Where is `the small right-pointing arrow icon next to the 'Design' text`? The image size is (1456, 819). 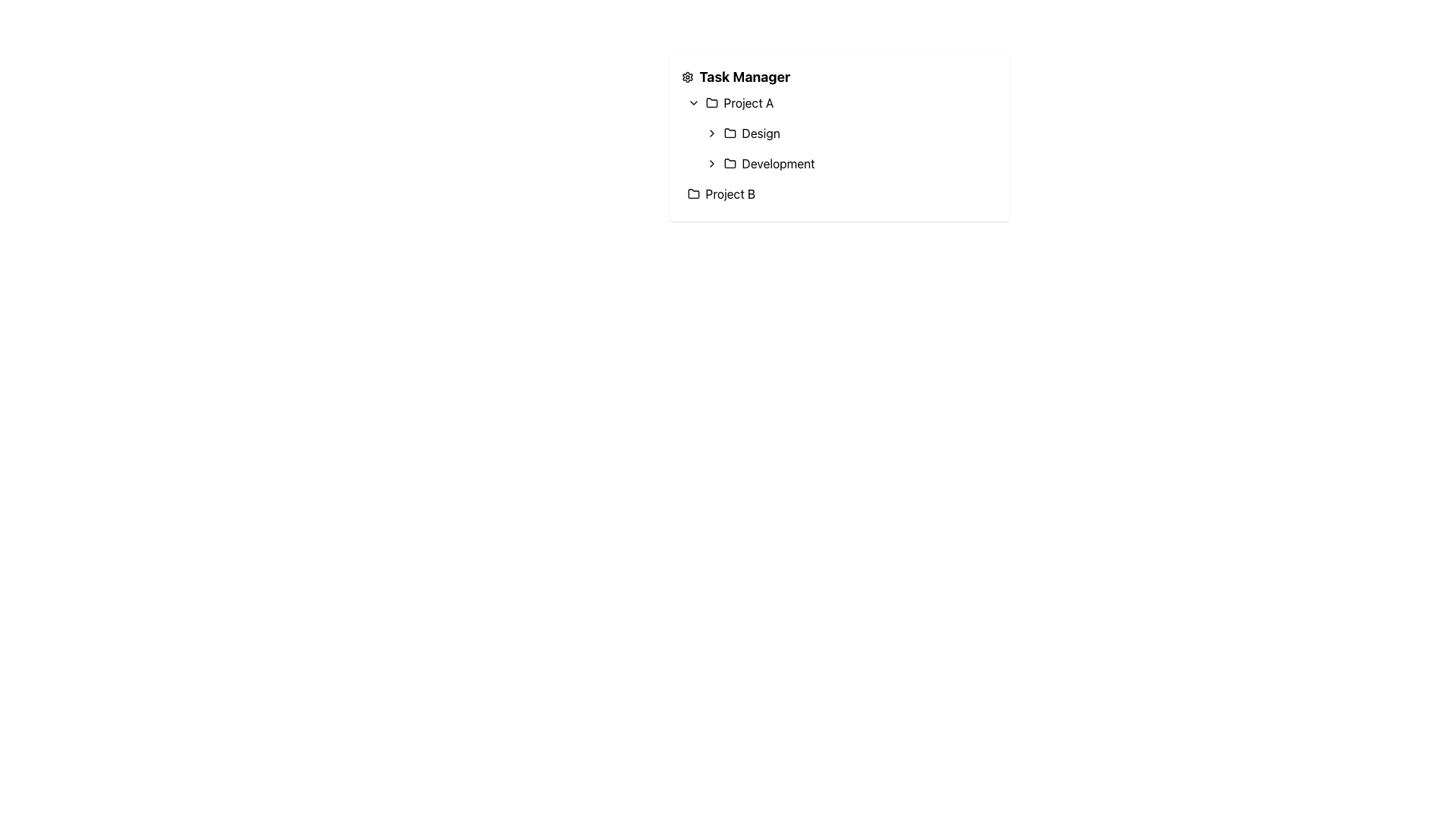
the small right-pointing arrow icon next to the 'Design' text is located at coordinates (711, 133).